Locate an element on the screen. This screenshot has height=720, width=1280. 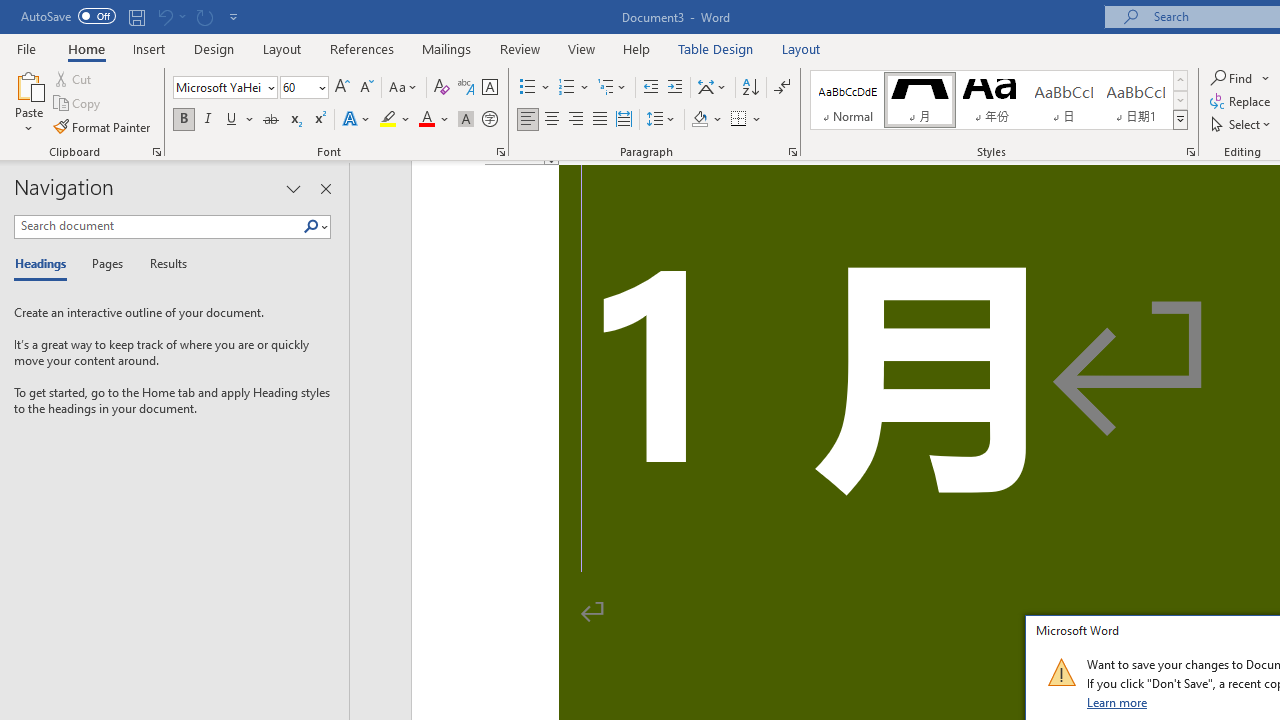
'File Tab' is located at coordinates (26, 47).